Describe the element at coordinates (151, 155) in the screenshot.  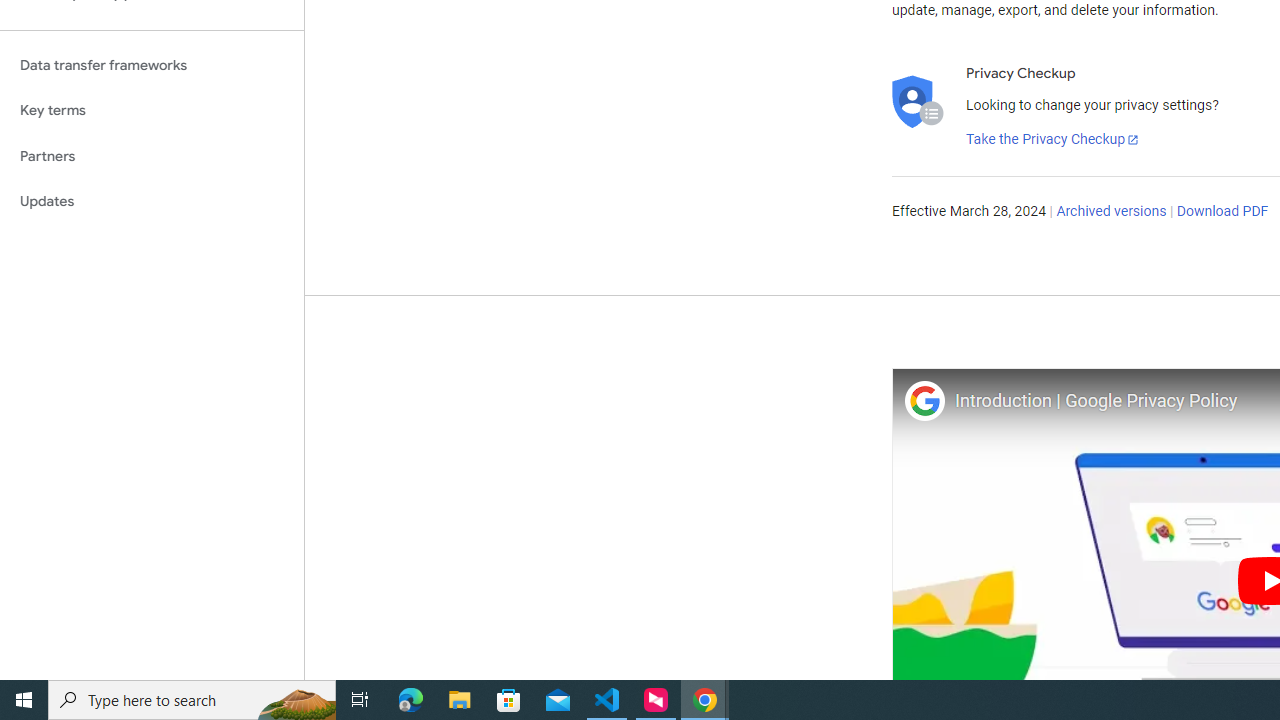
I see `'Partners'` at that location.